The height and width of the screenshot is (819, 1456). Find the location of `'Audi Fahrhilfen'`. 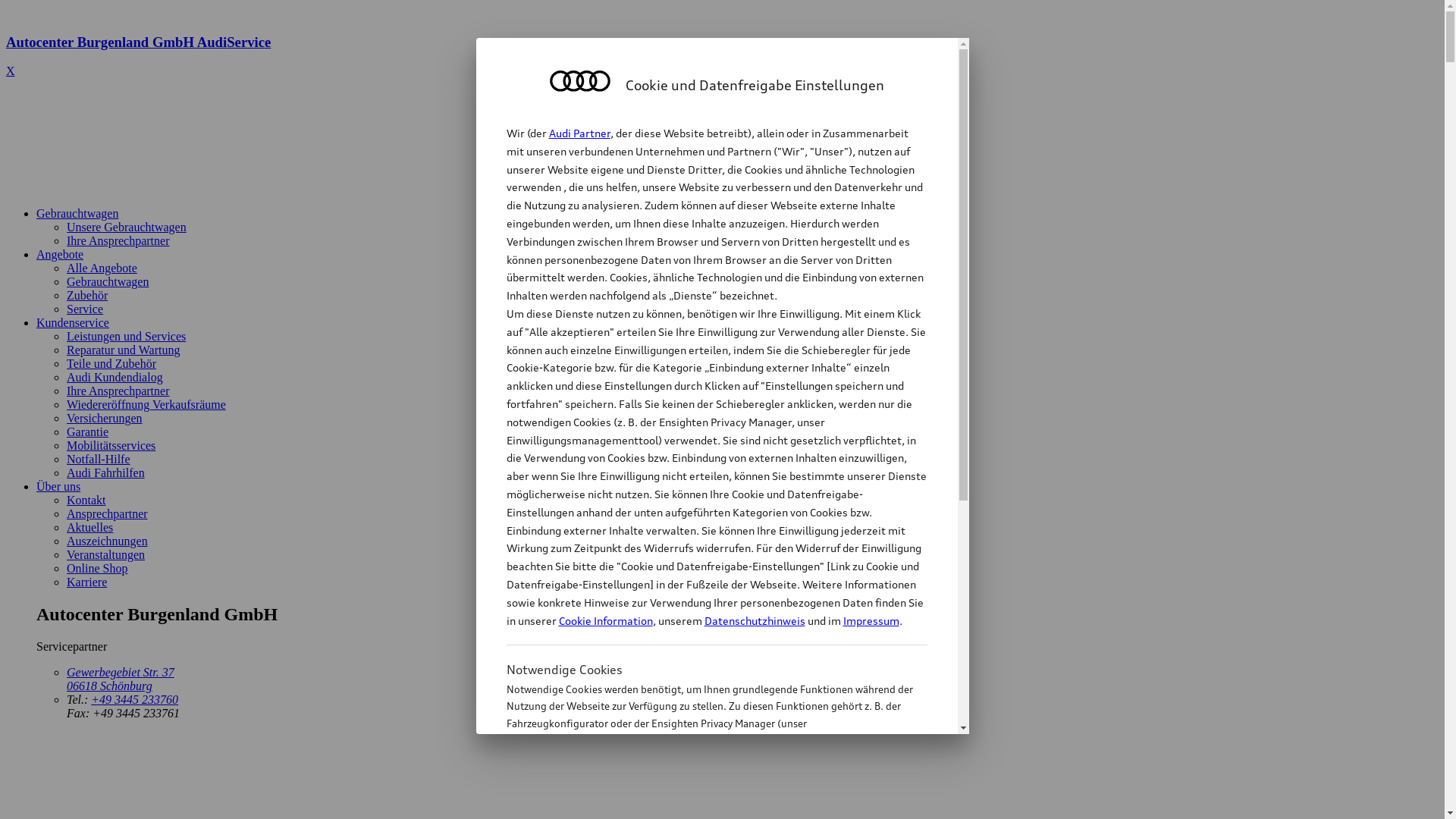

'Audi Fahrhilfen' is located at coordinates (105, 472).